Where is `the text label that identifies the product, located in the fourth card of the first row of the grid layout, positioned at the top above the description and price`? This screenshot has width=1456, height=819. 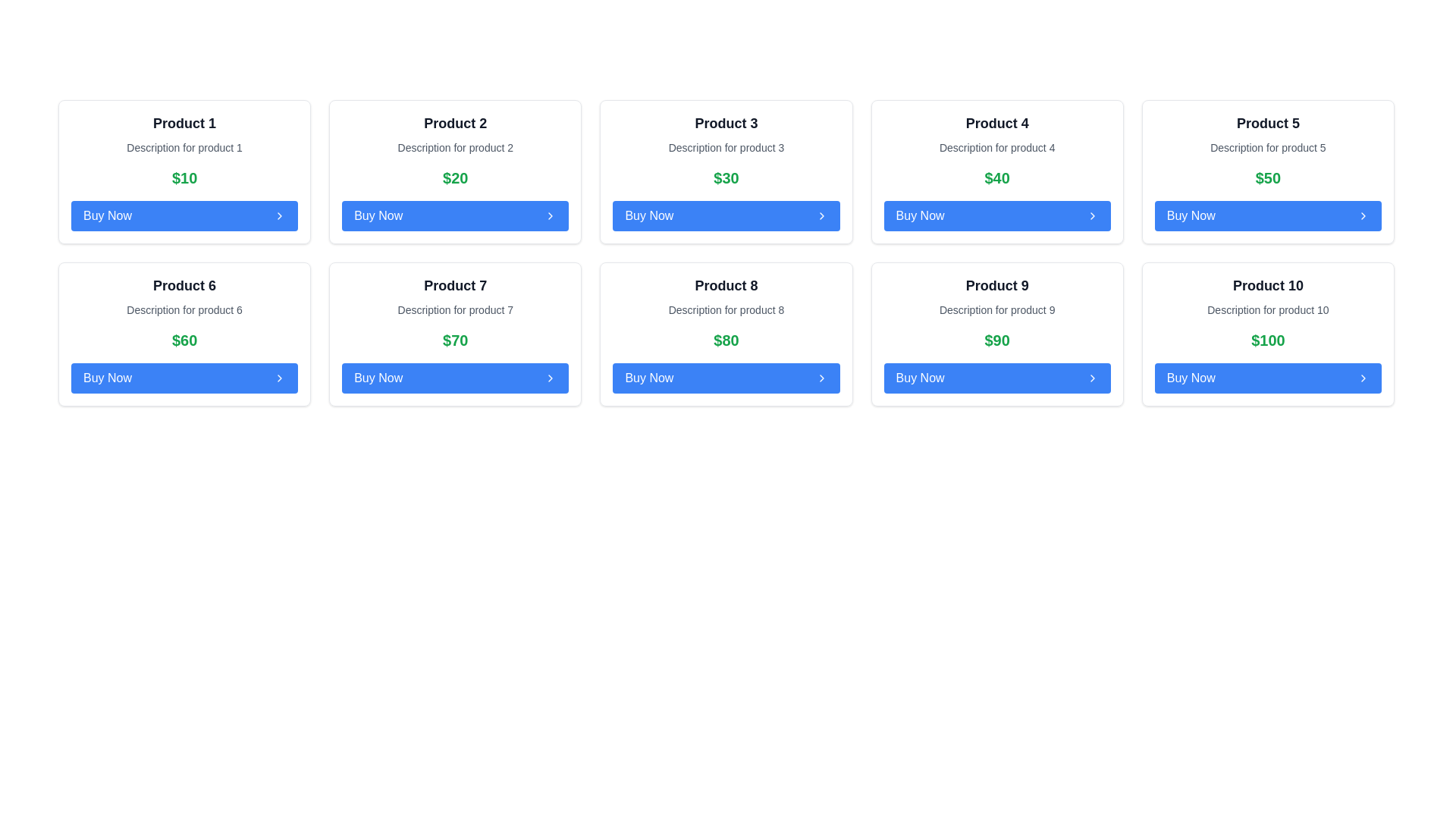 the text label that identifies the product, located in the fourth card of the first row of the grid layout, positioned at the top above the description and price is located at coordinates (997, 122).